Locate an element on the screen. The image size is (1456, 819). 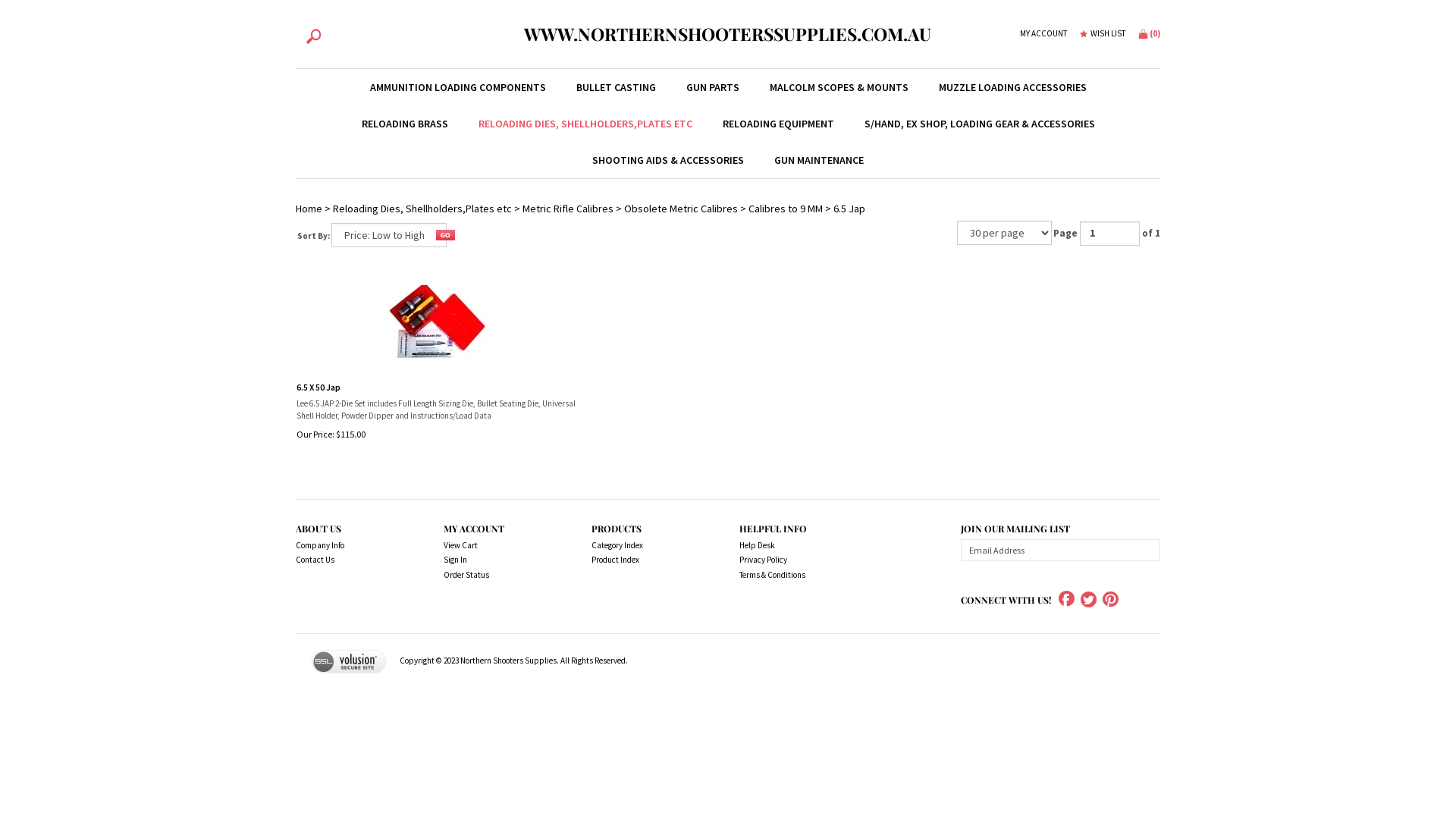
'Go to page' is located at coordinates (1109, 234).